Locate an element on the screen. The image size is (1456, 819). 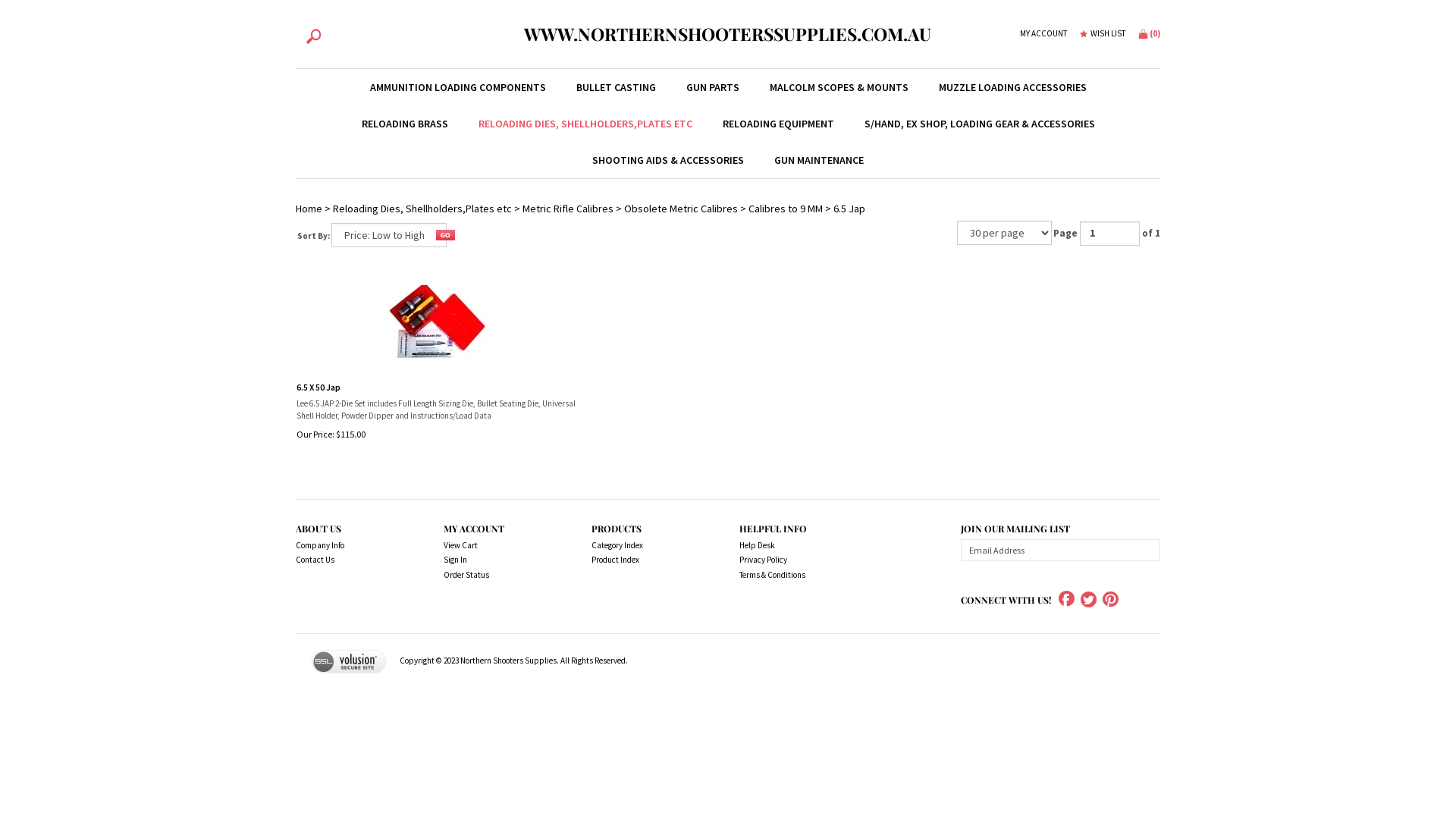
'Go to page' is located at coordinates (1109, 234).